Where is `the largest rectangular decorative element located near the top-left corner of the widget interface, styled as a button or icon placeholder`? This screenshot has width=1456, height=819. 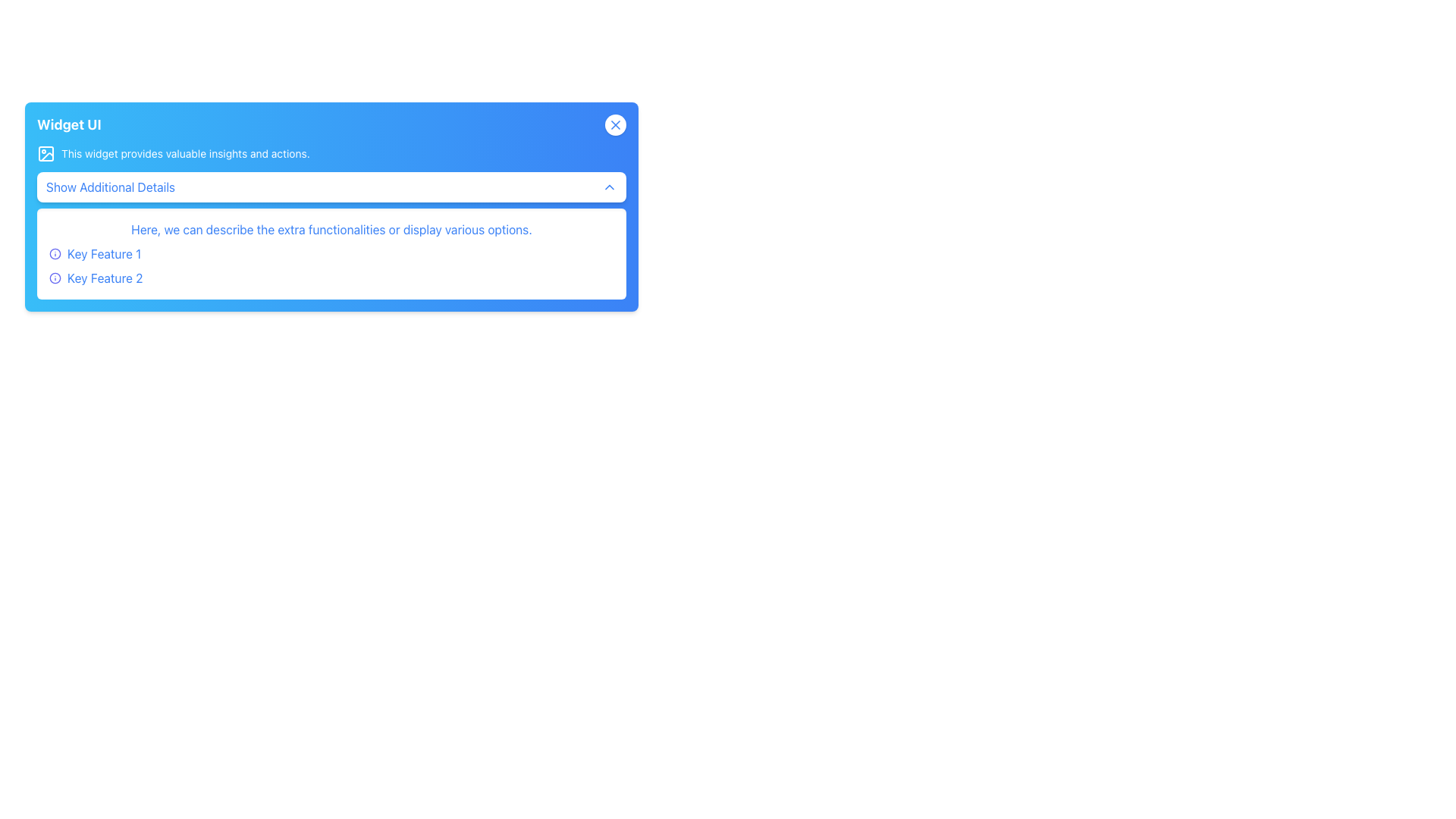
the largest rectangular decorative element located near the top-left corner of the widget interface, styled as a button or icon placeholder is located at coordinates (46, 154).